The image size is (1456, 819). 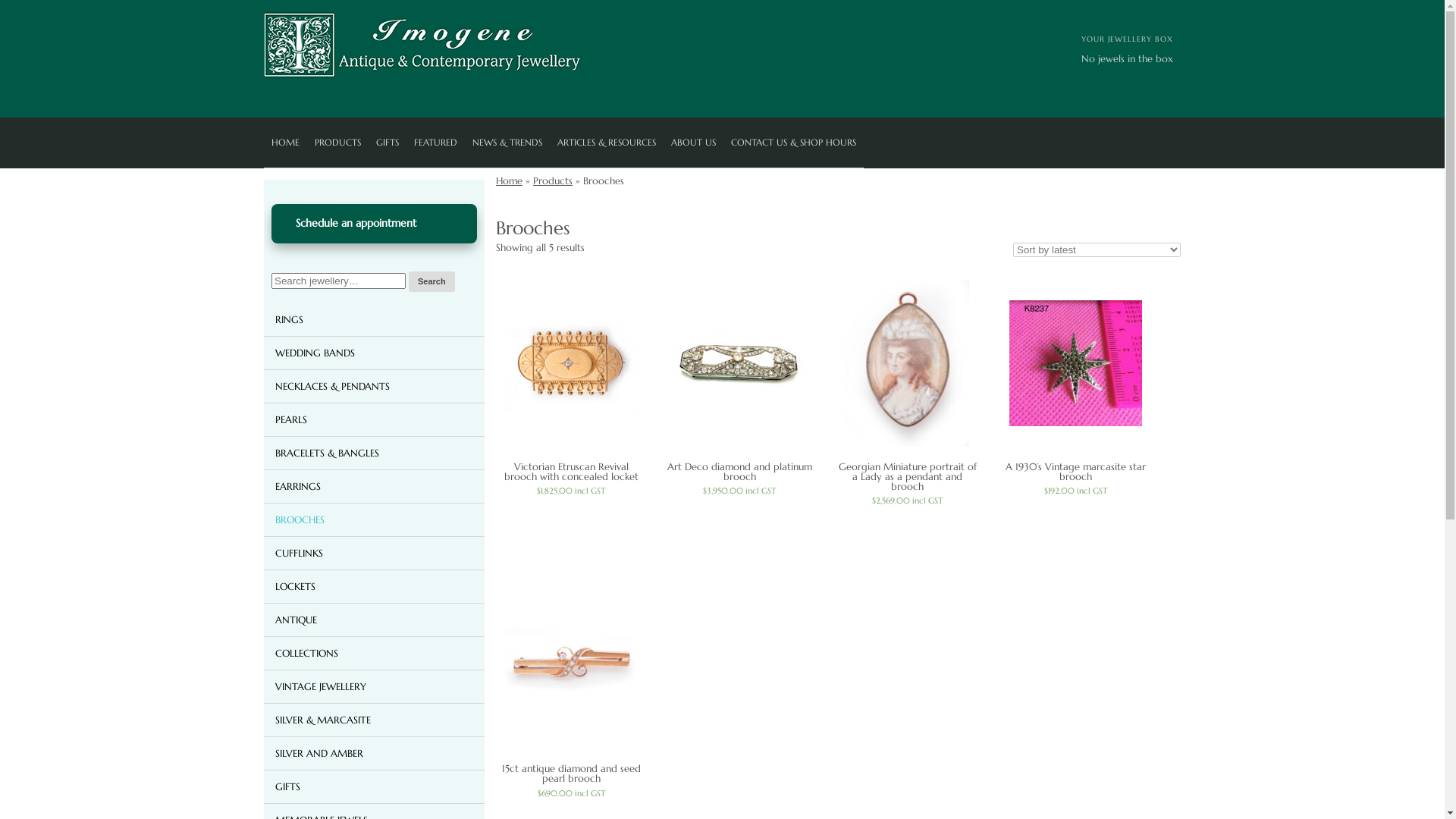 I want to click on 'Art Deco diamond and platinum brooch, so click(x=739, y=387).